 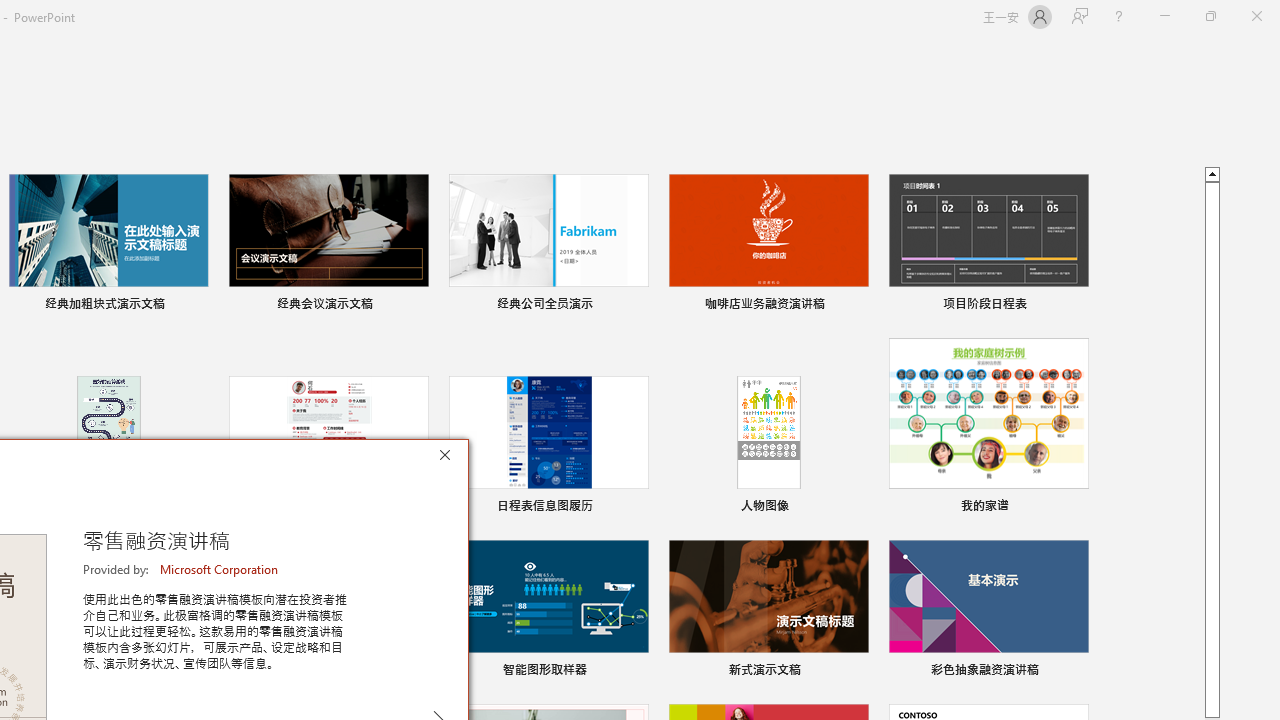 I want to click on 'Pin to list', so click(x=1074, y=672).